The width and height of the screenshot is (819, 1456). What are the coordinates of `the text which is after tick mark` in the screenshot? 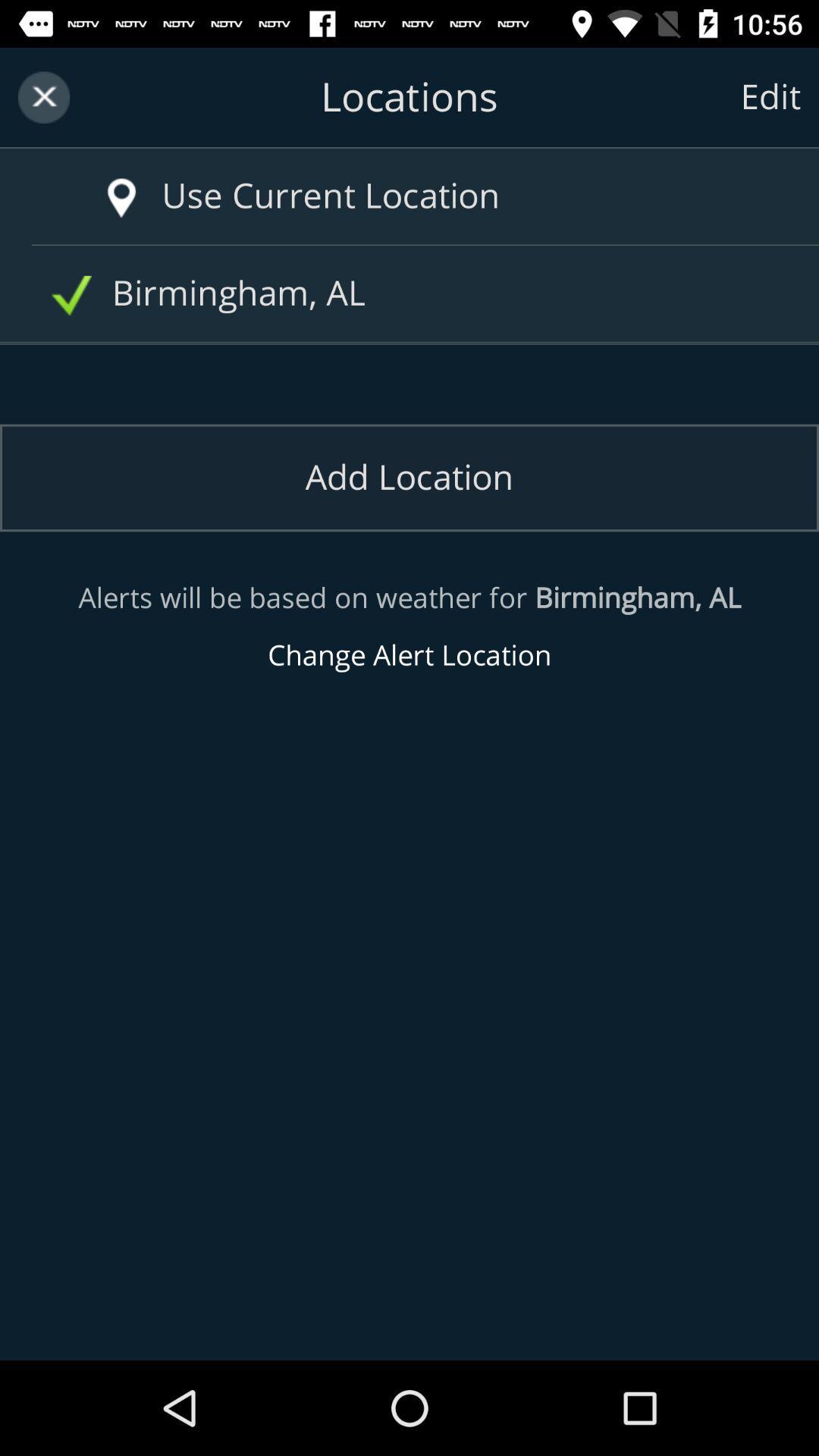 It's located at (415, 293).